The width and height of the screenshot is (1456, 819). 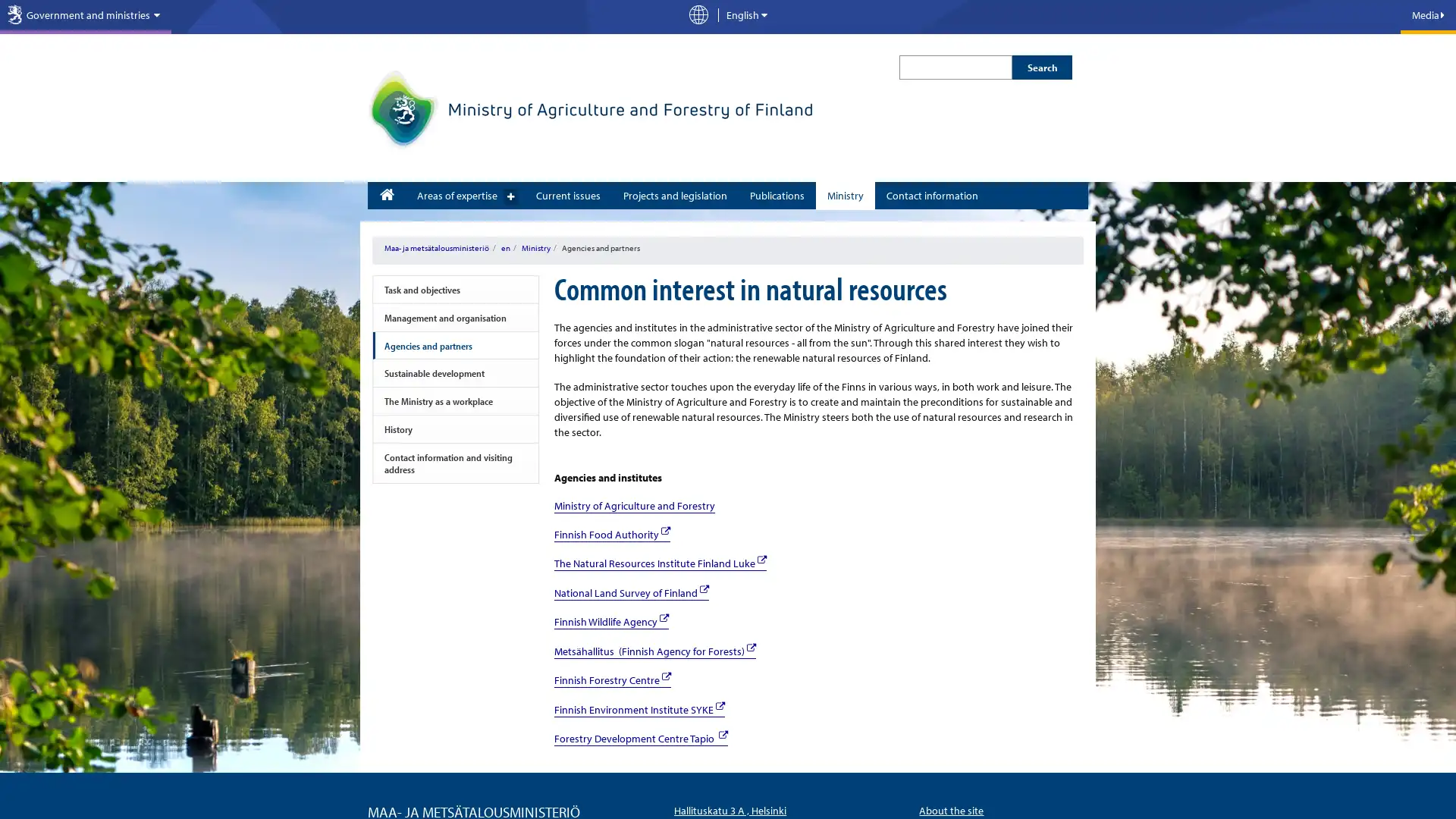 I want to click on I accept all cookies, so click(x=626, y=783).